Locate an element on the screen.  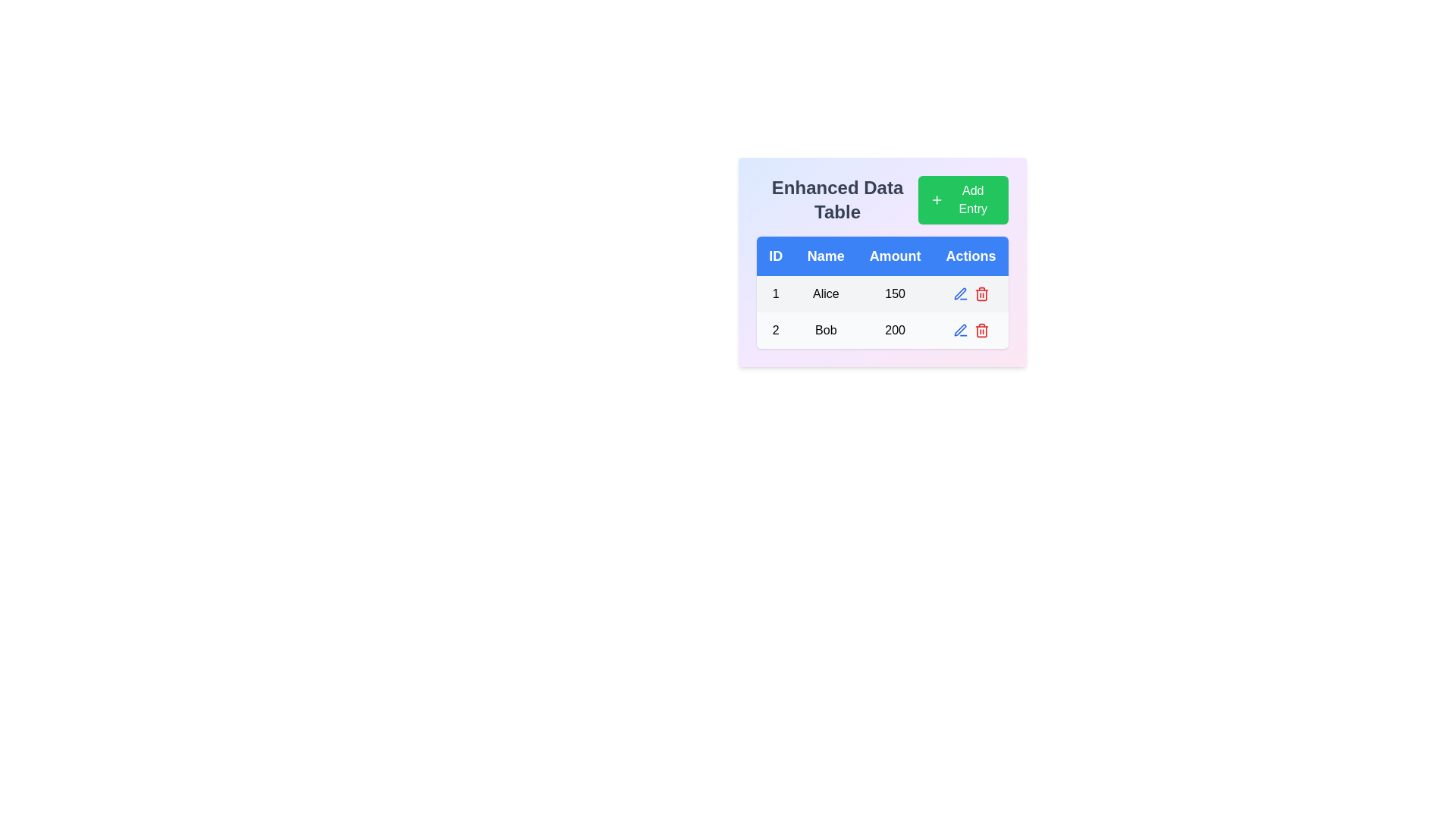
column titles from the table header row that labels the columns as 'ID', 'Name', 'Amount', and 'Actions'. This header is located directly beneath the 'Enhanced Data Table' title and the 'Add Entry' button is located at coordinates (882, 256).